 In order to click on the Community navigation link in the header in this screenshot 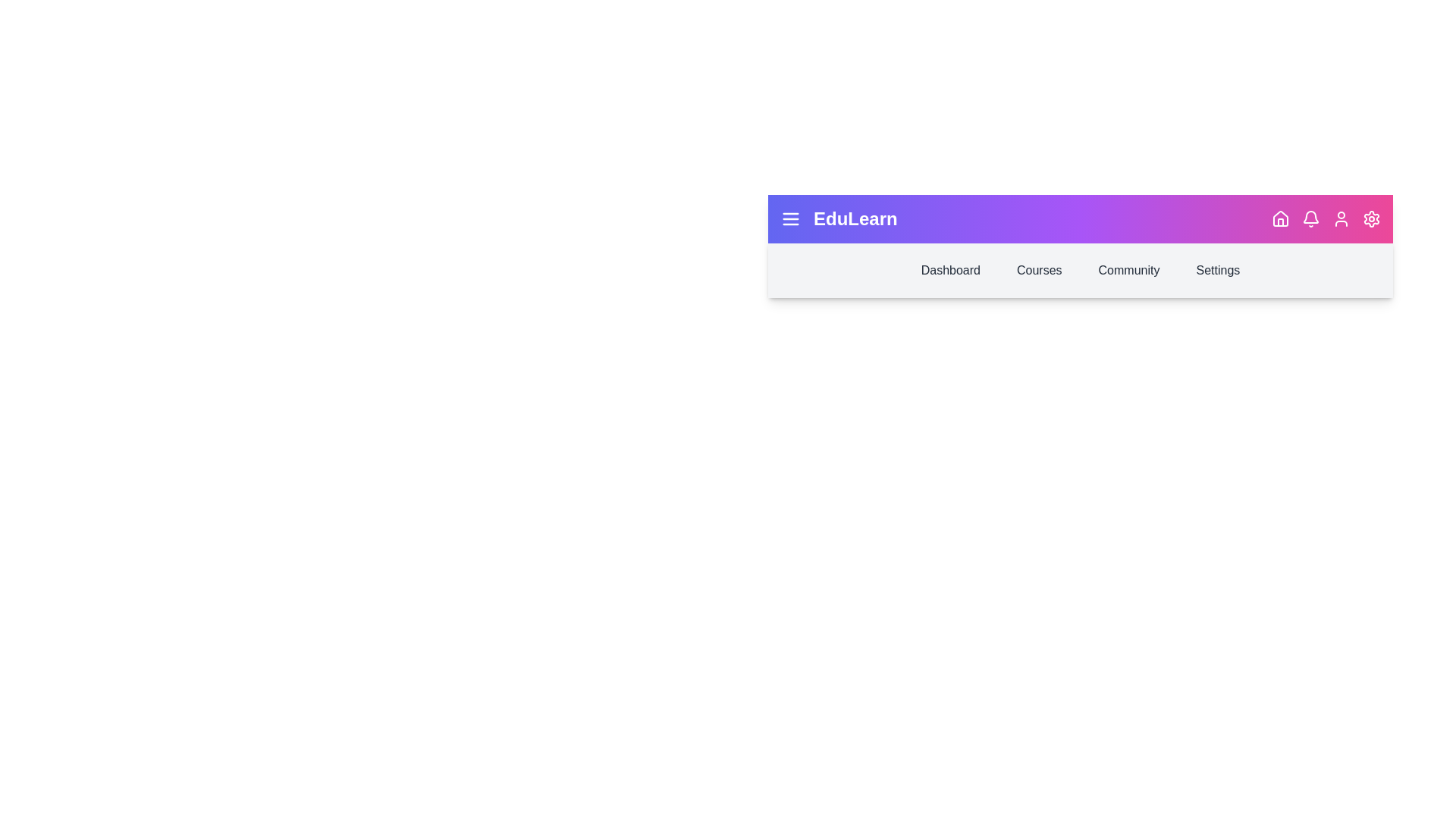, I will do `click(1128, 270)`.